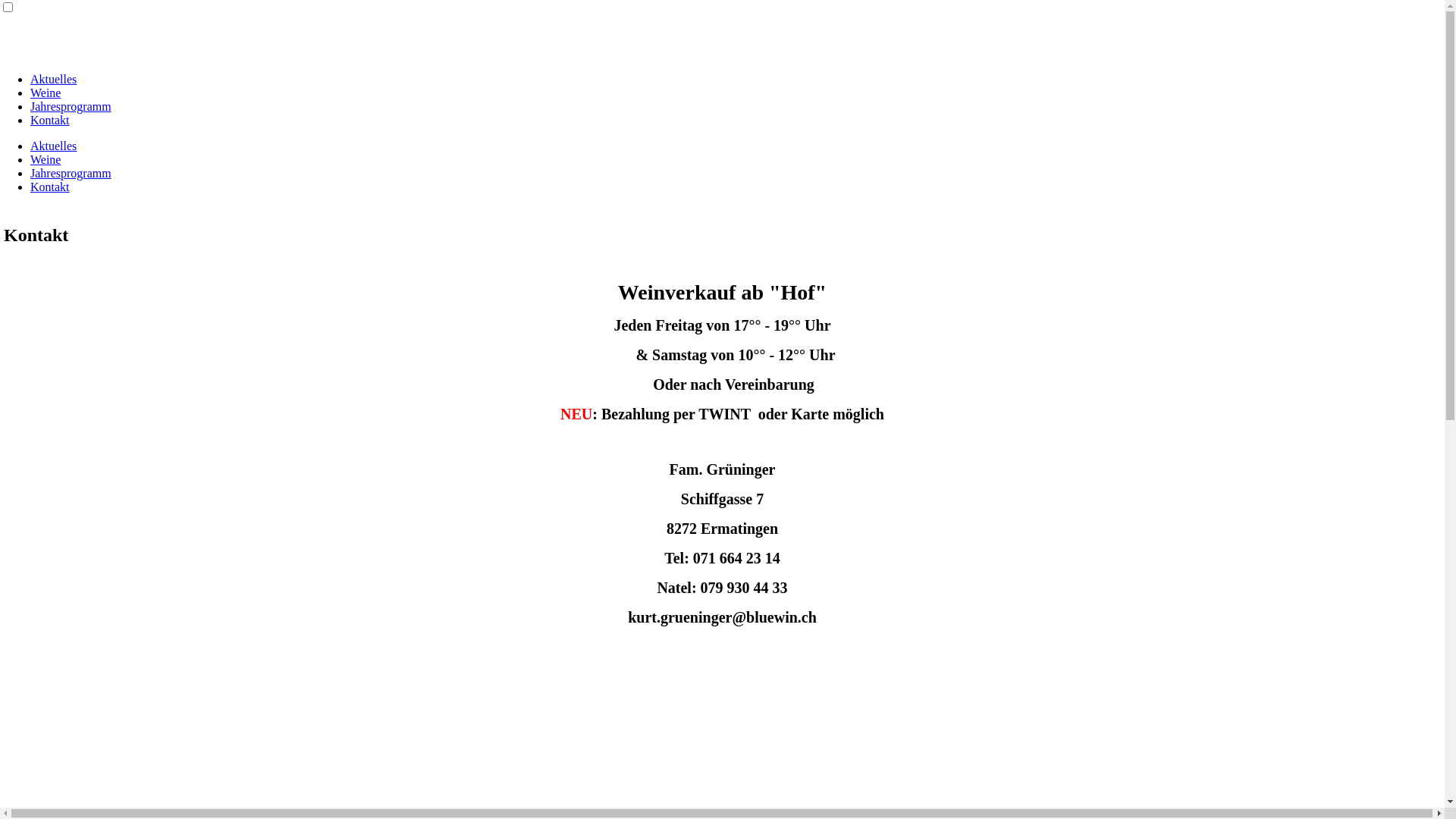  I want to click on 'Aktuelles', so click(53, 146).